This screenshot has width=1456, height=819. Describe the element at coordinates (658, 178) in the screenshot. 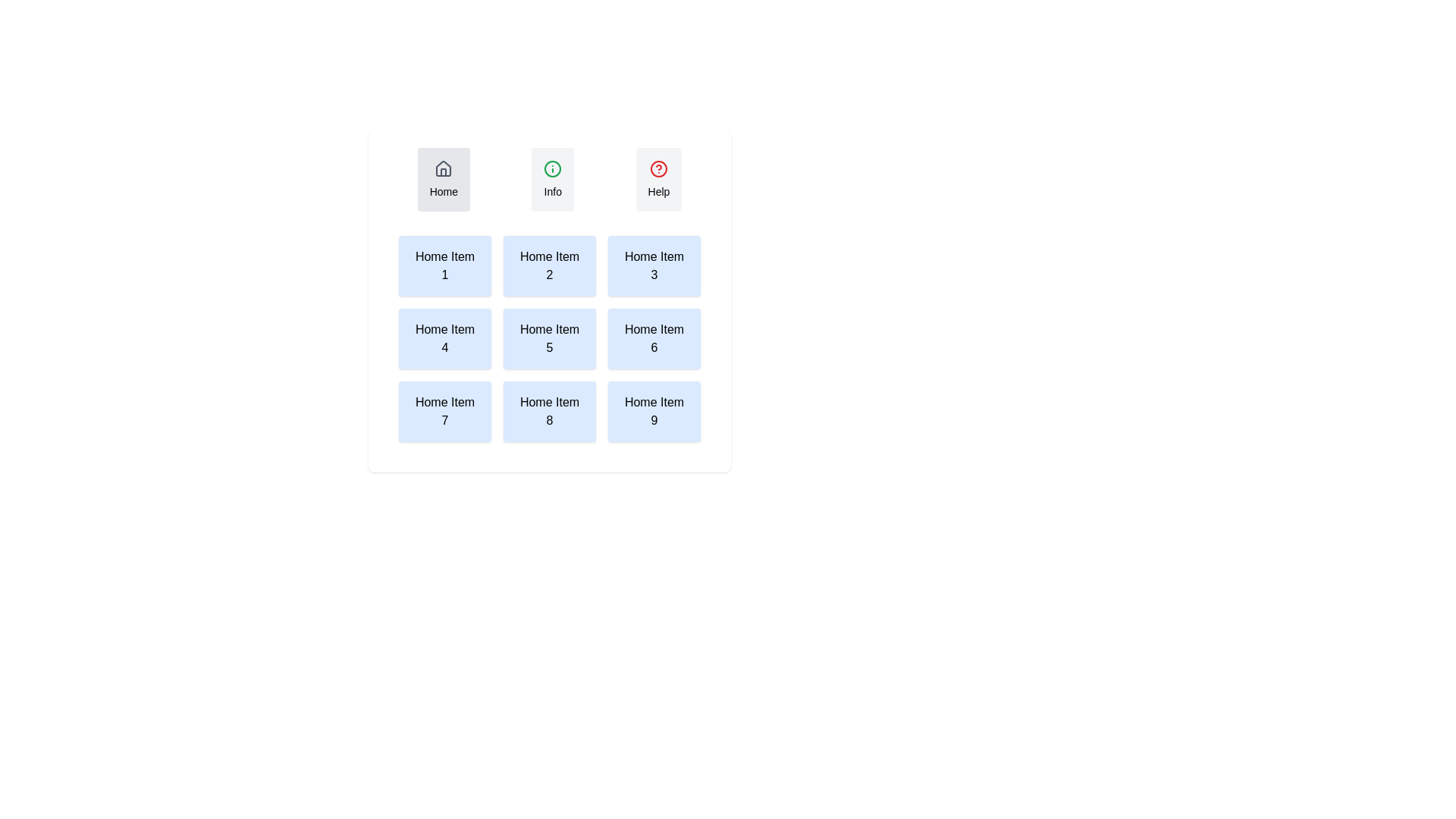

I see `the Help tab to observe its hover effect` at that location.